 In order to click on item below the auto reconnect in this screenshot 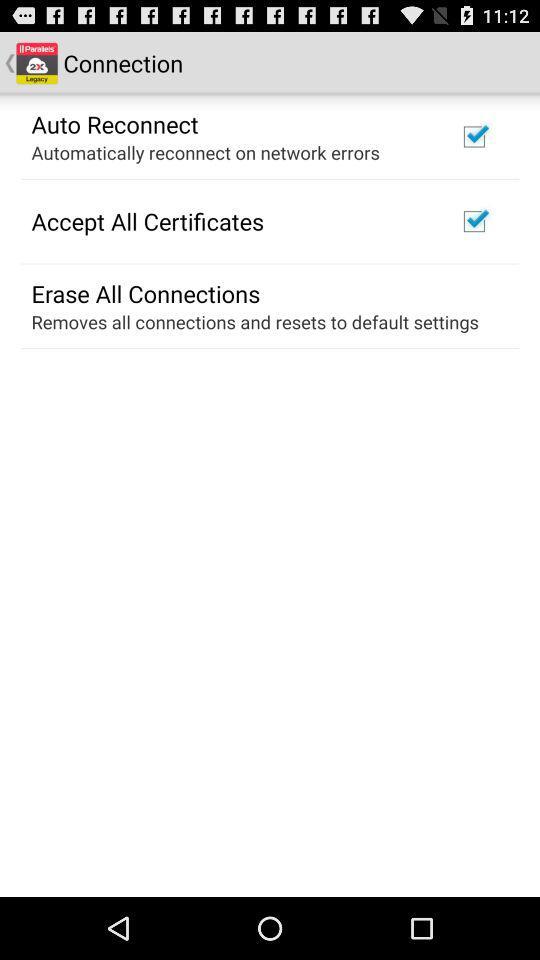, I will do `click(204, 151)`.